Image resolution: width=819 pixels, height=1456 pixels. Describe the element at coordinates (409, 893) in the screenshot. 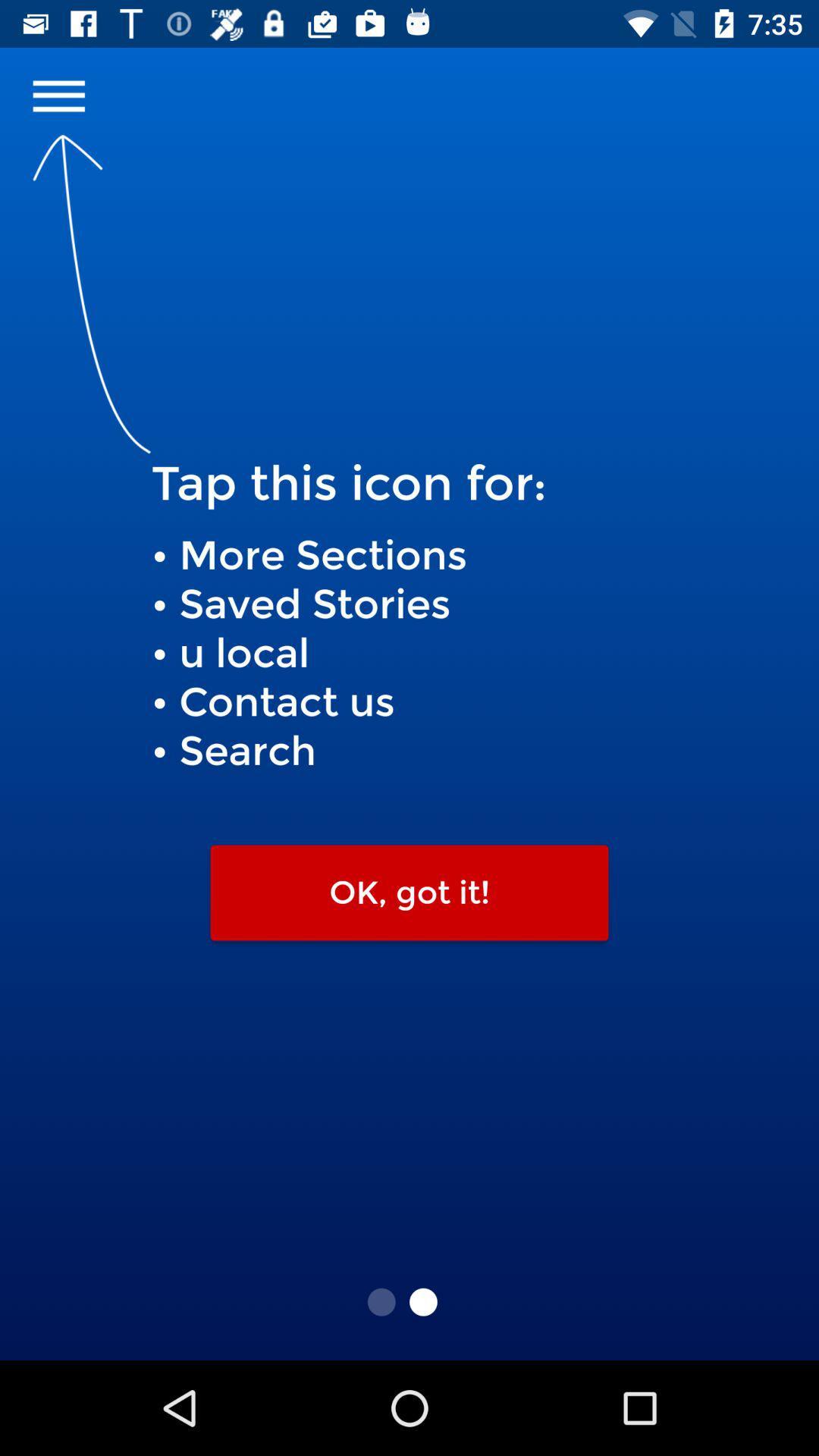

I see `the ok, got it! icon` at that location.